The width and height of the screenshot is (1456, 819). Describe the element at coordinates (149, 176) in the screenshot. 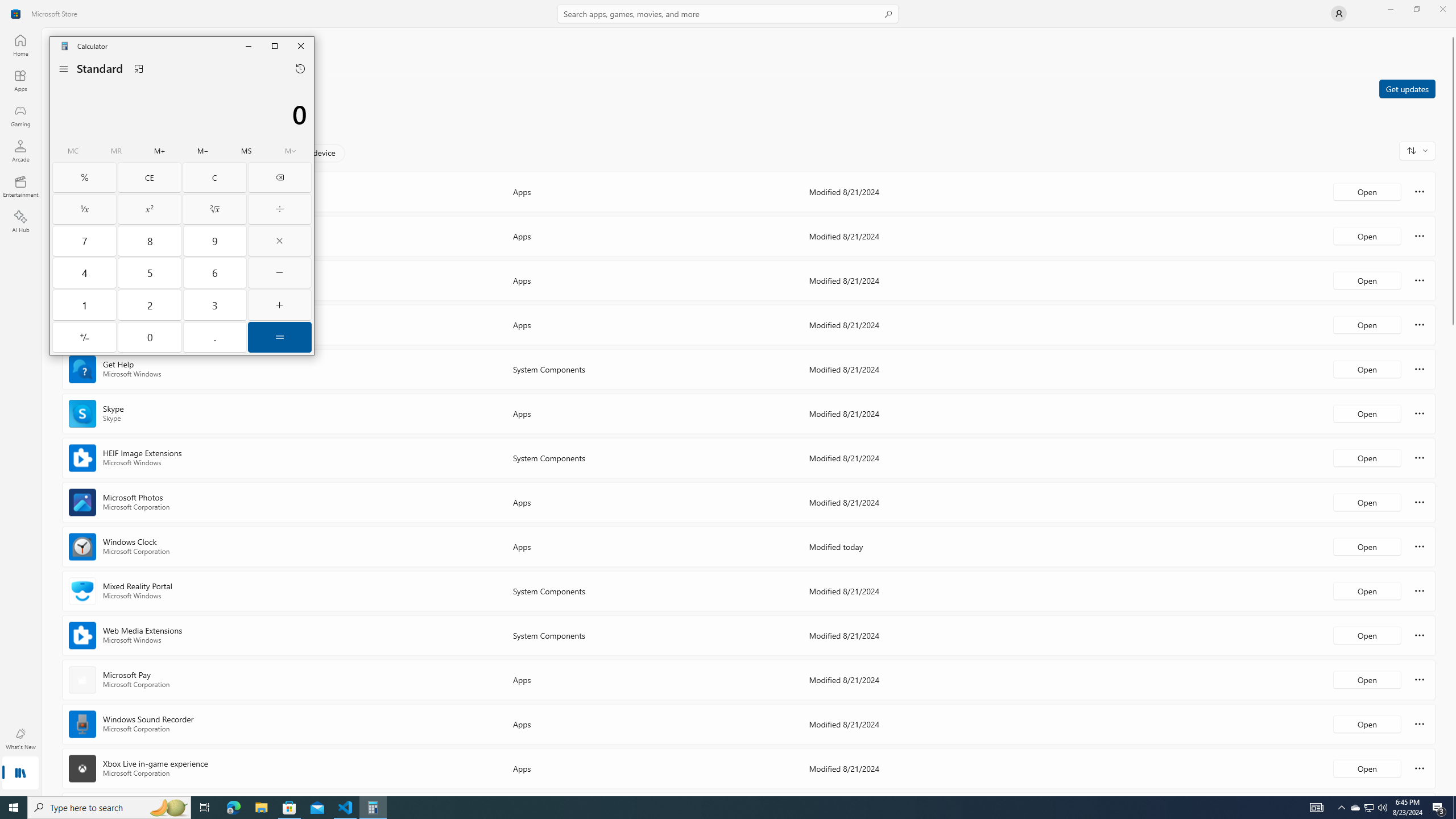

I see `'Clear entry'` at that location.